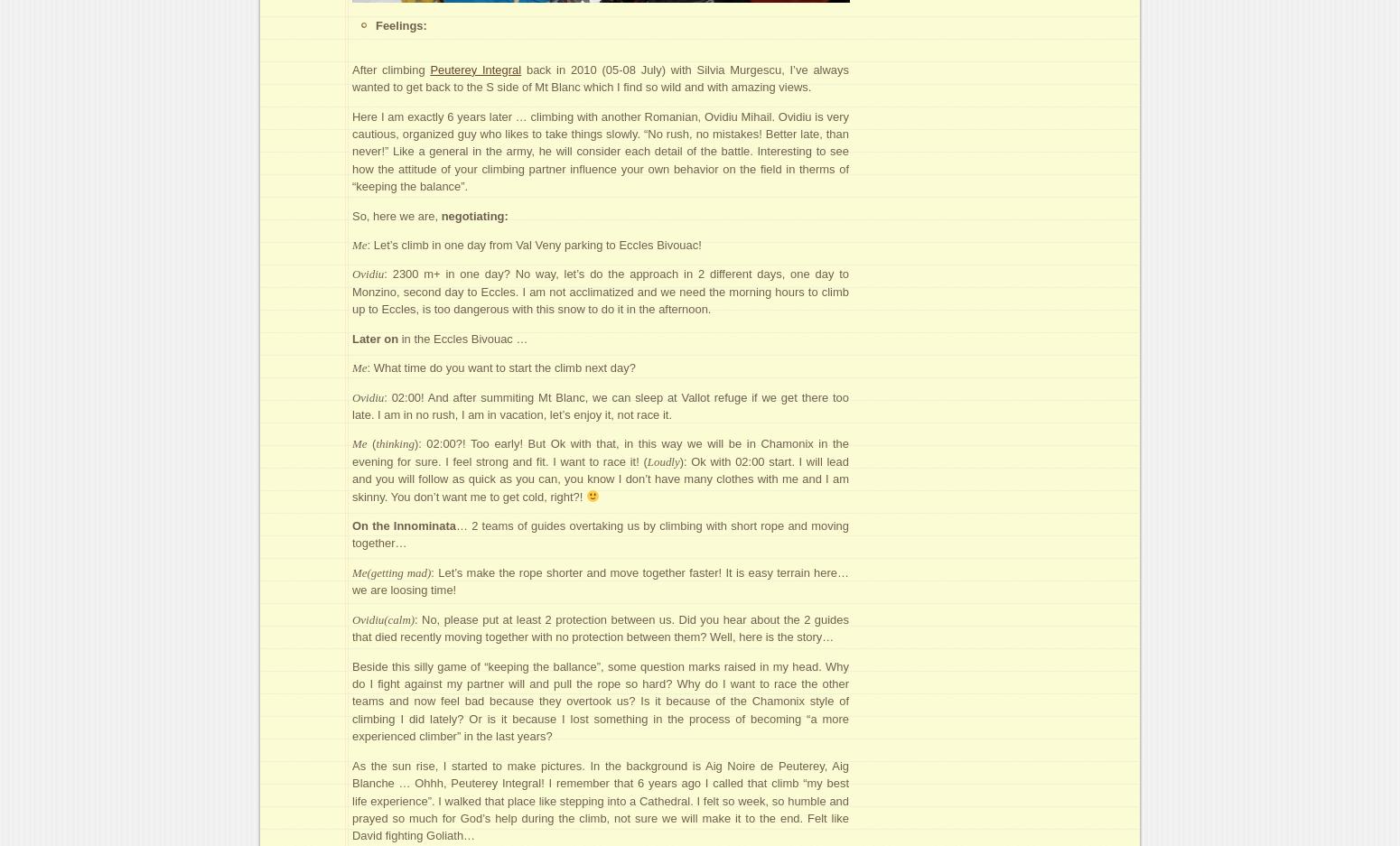 The image size is (1400, 846). What do you see at coordinates (391, 572) in the screenshot?
I see `'Me(getting mad)'` at bounding box center [391, 572].